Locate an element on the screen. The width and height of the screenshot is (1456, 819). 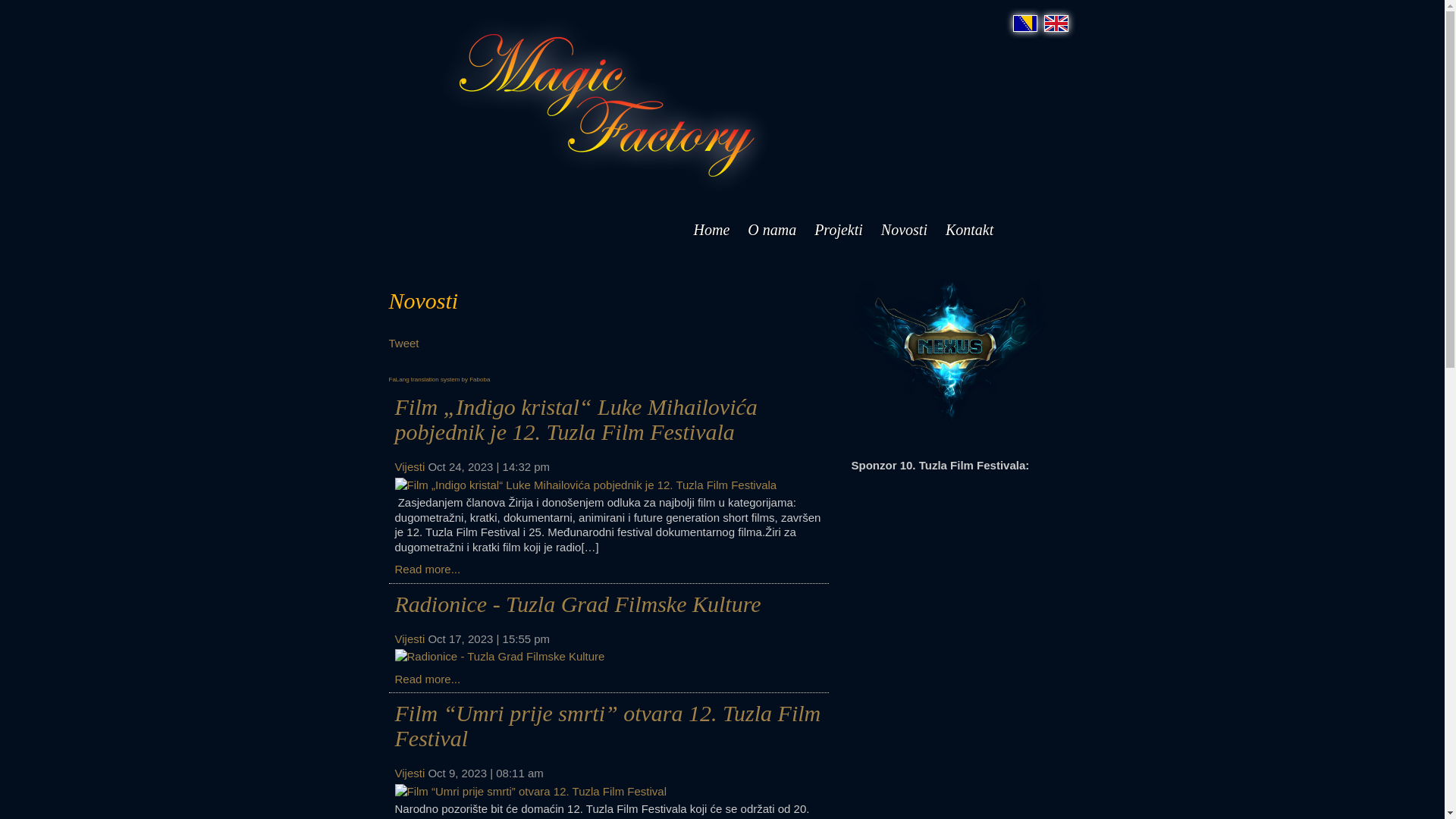
'O nama' is located at coordinates (771, 230).